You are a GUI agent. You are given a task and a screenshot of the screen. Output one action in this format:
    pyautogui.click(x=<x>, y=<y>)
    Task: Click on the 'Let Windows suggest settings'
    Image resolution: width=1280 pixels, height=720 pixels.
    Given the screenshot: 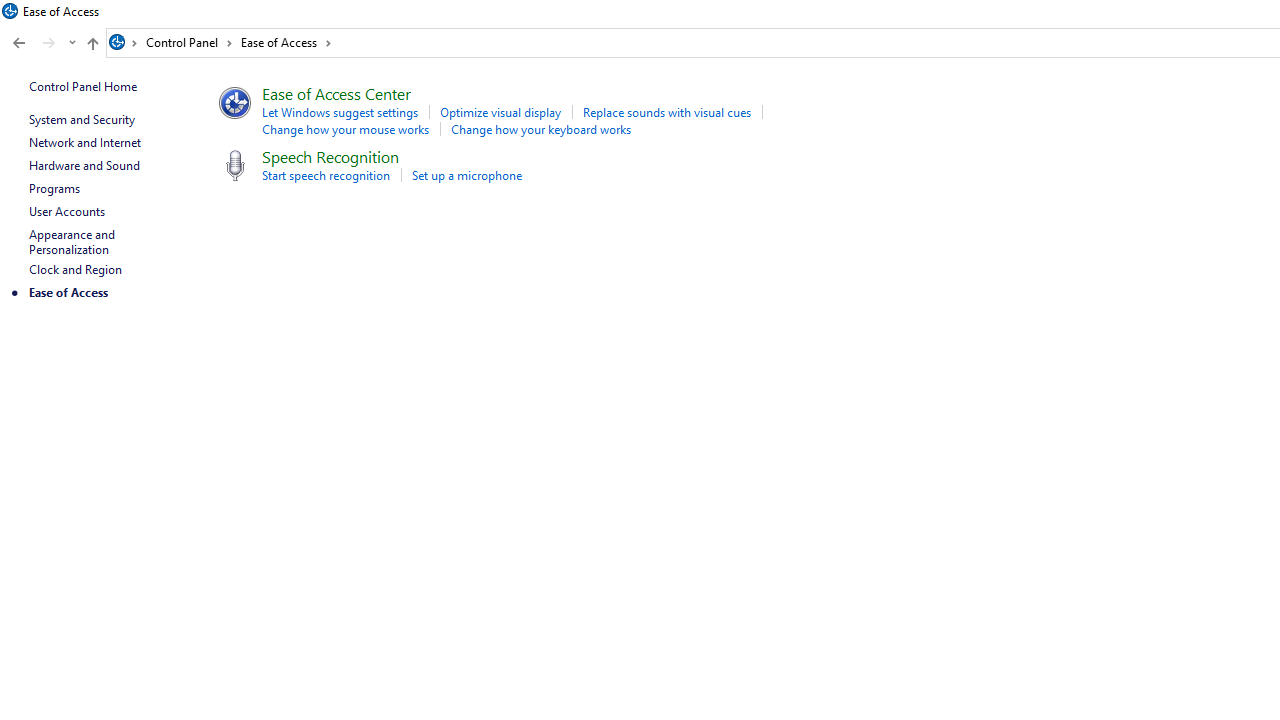 What is the action you would take?
    pyautogui.click(x=339, y=112)
    